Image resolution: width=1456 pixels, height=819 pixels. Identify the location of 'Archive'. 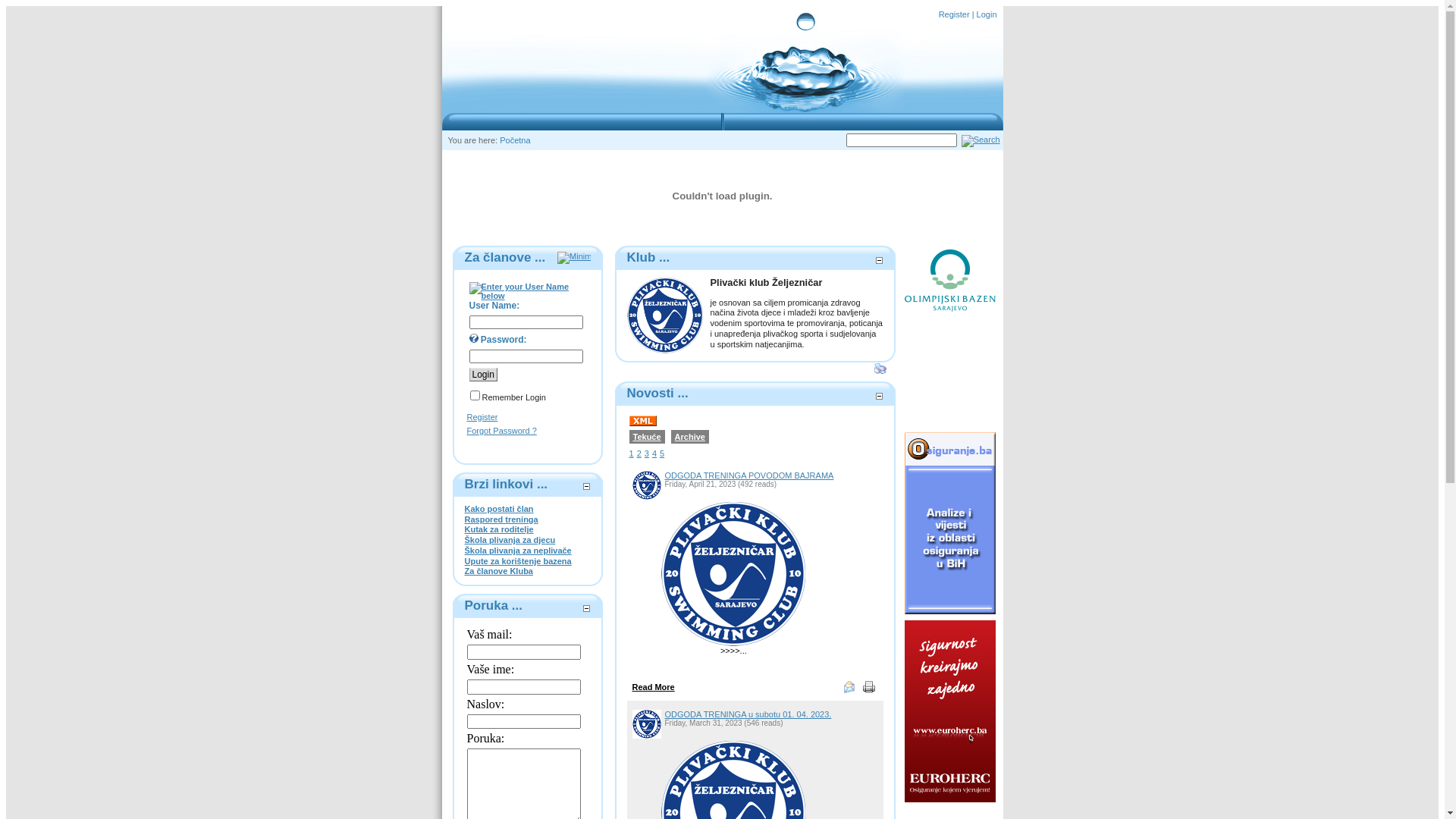
(670, 436).